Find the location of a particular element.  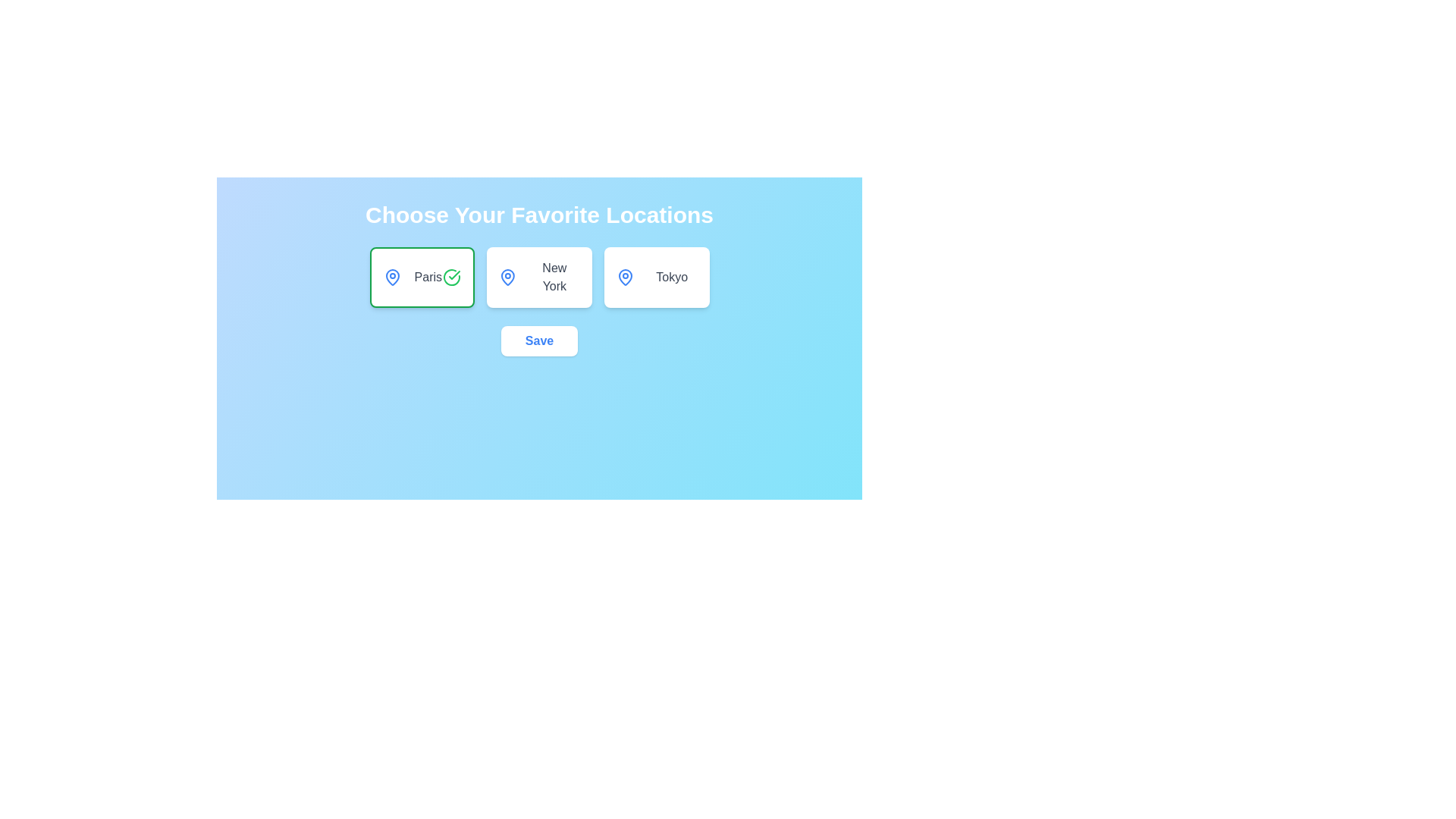

the location card for New York is located at coordinates (539, 278).